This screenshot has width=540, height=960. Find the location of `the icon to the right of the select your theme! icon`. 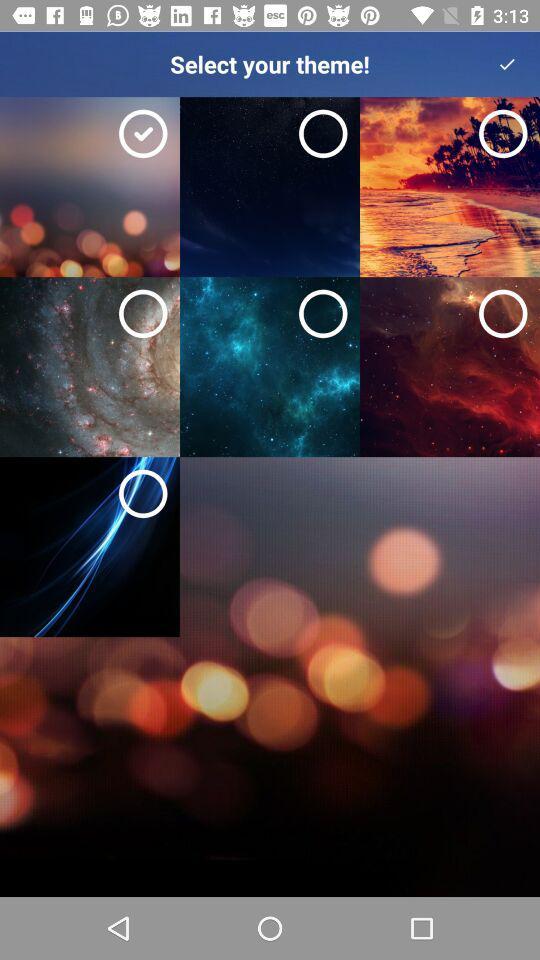

the icon to the right of the select your theme! icon is located at coordinates (507, 64).